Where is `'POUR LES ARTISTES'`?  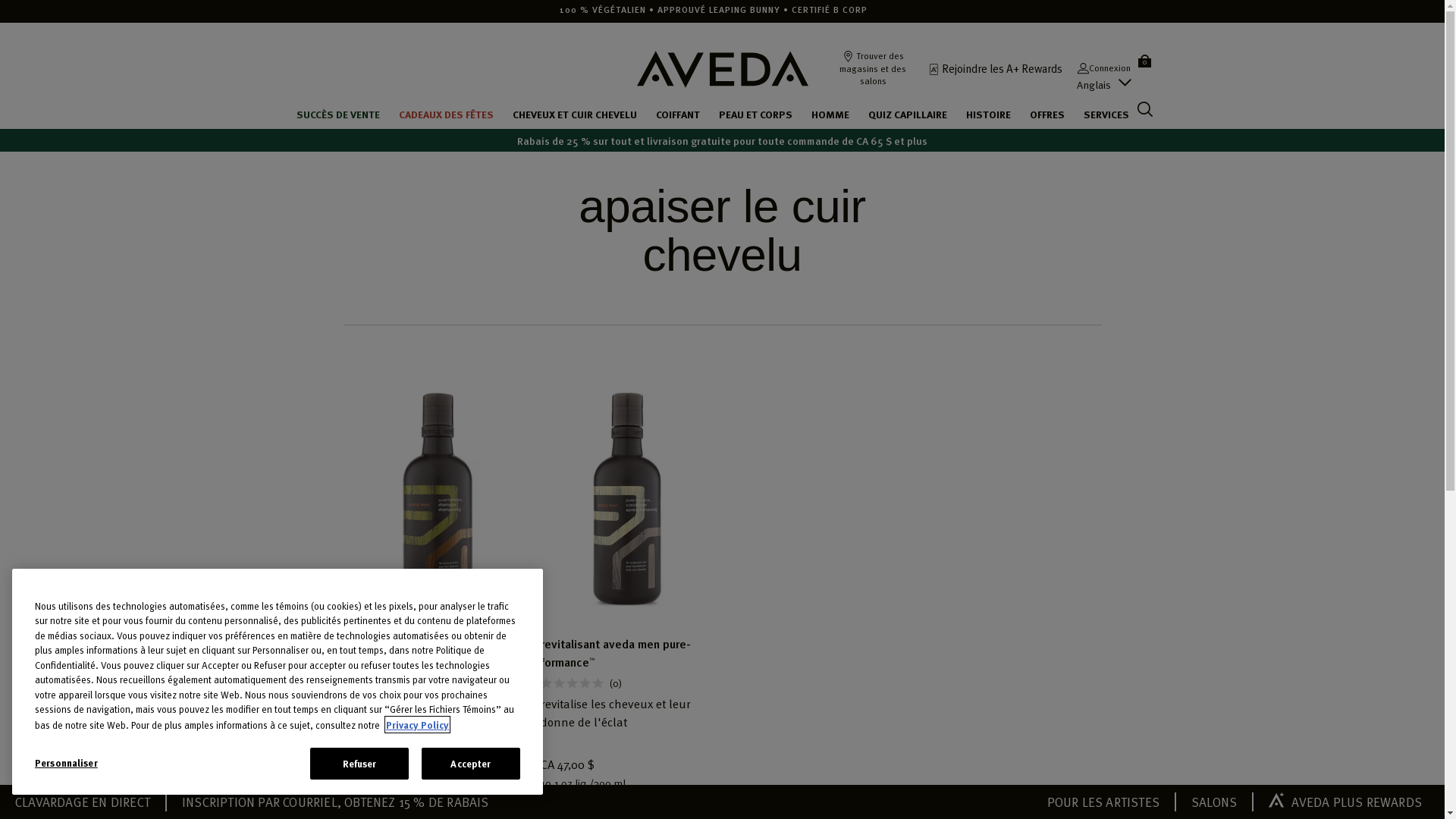
'POUR LES ARTISTES' is located at coordinates (1103, 800).